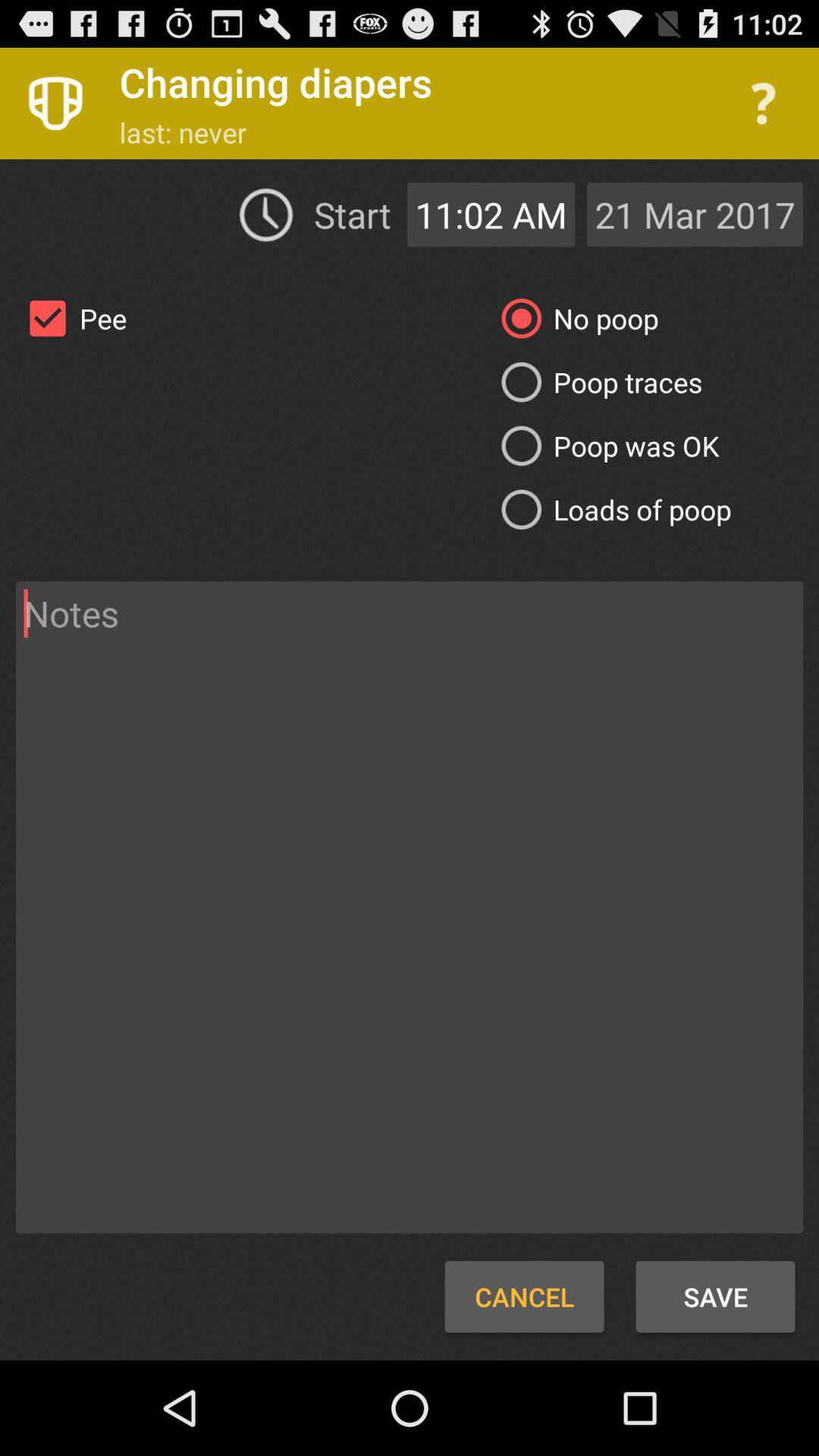 The height and width of the screenshot is (1456, 819). Describe the element at coordinates (763, 102) in the screenshot. I see `the support option` at that location.